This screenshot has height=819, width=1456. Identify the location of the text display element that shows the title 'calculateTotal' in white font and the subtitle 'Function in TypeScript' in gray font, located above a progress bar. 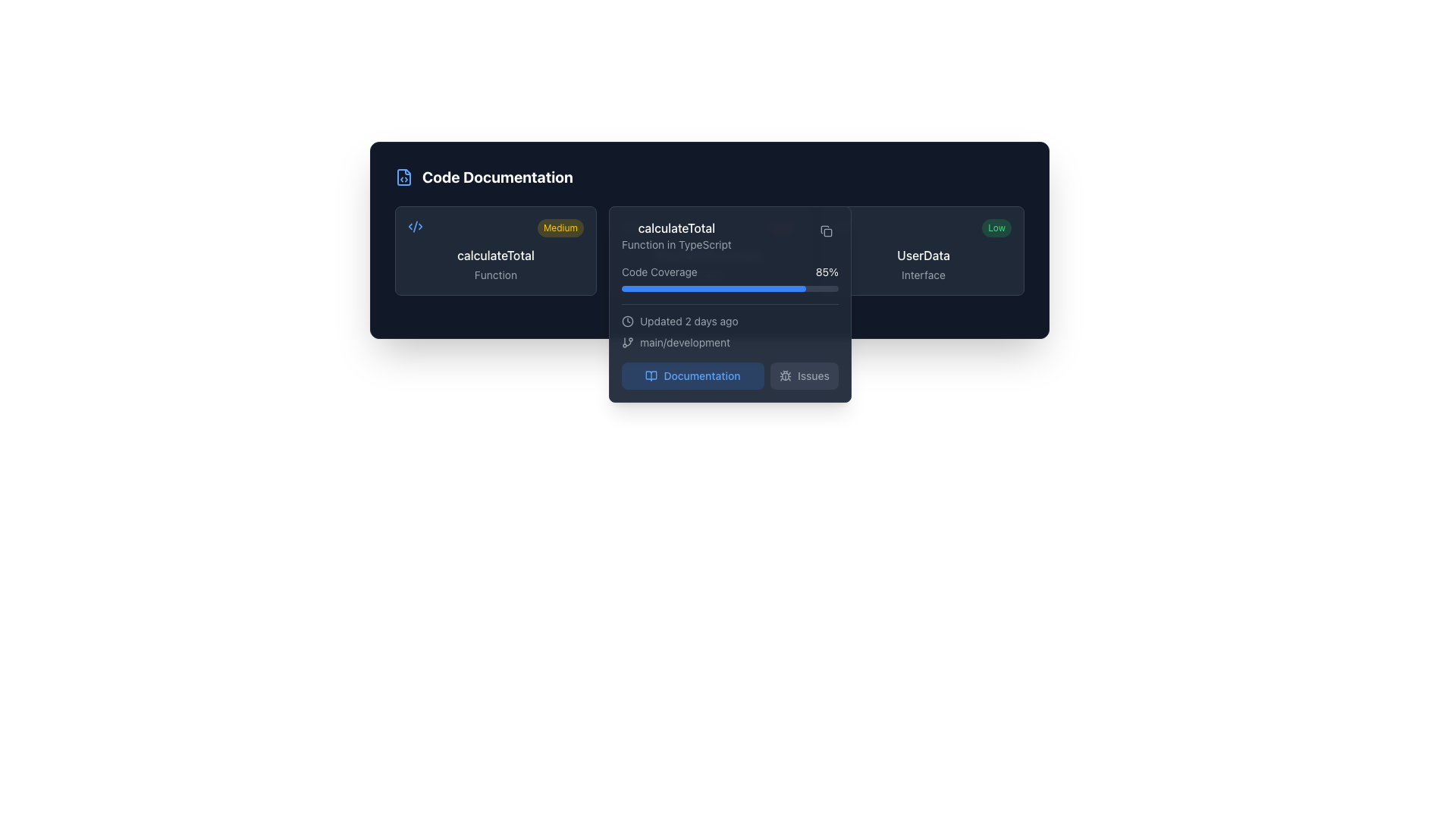
(676, 236).